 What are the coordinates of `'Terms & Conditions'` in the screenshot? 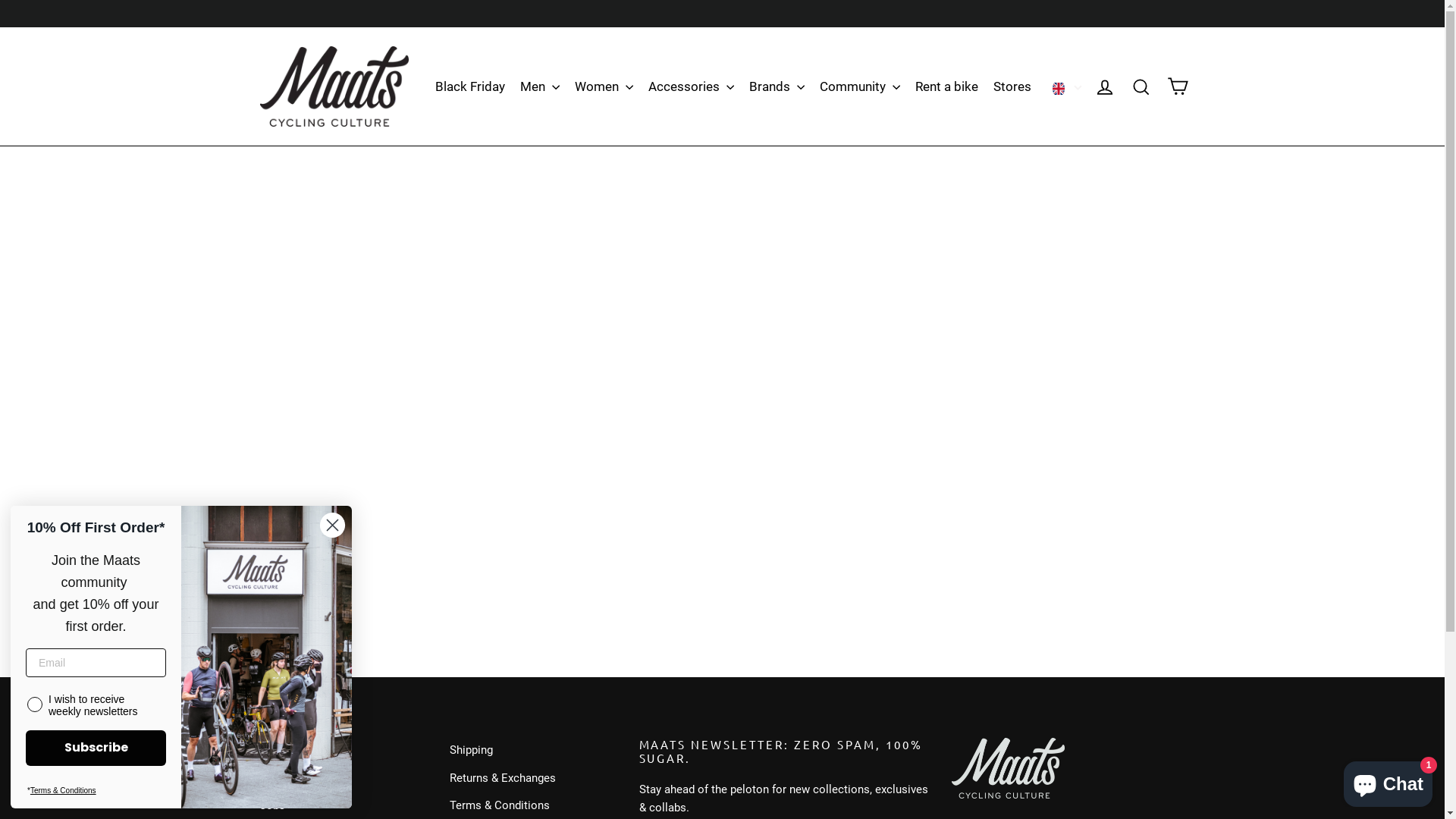 It's located at (62, 789).